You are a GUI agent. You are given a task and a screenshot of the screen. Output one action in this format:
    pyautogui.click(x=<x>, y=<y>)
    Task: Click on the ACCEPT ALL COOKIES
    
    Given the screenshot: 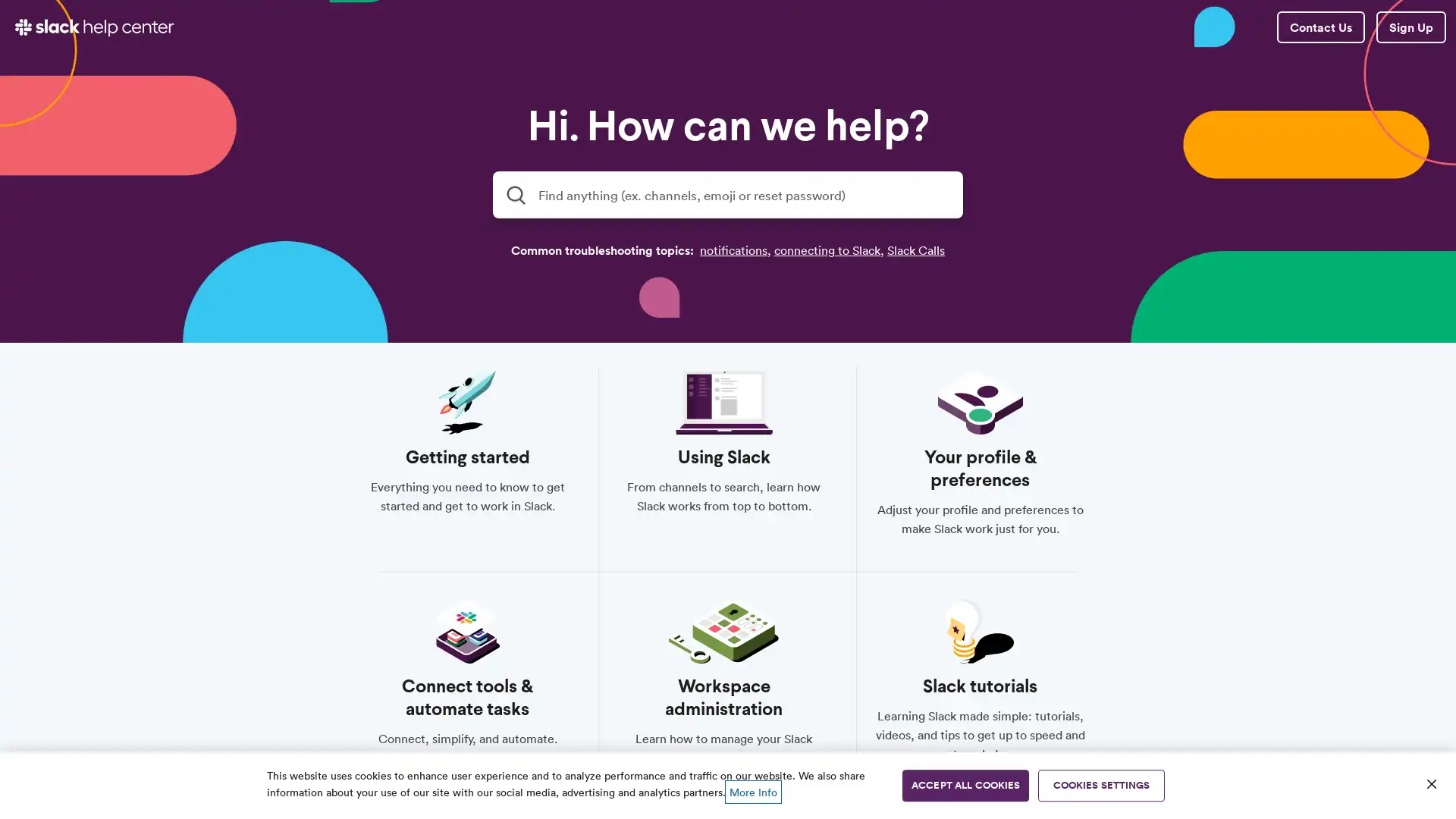 What is the action you would take?
    pyautogui.click(x=965, y=785)
    